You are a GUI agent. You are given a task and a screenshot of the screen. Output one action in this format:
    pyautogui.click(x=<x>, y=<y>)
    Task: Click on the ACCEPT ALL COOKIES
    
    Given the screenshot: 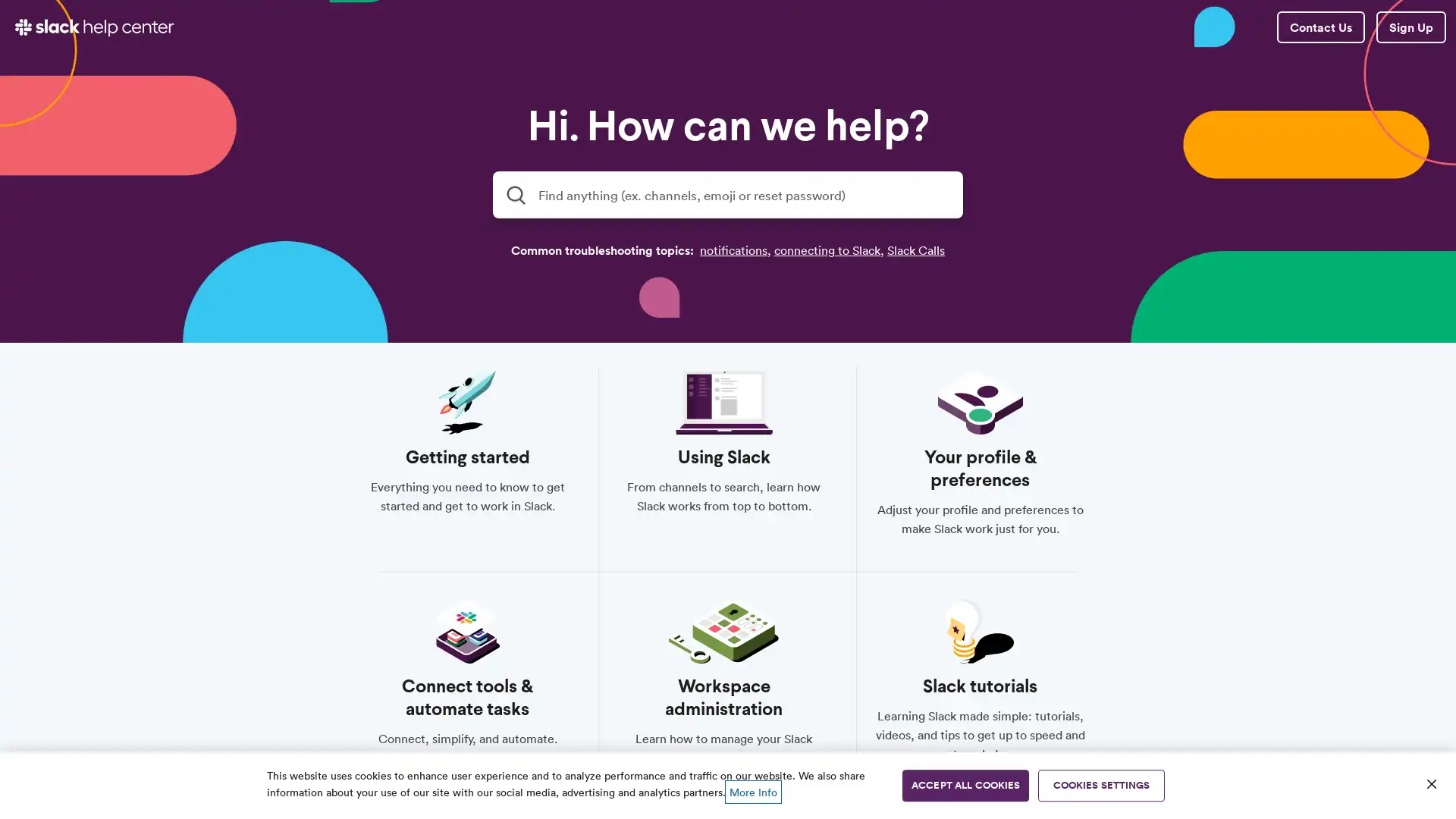 What is the action you would take?
    pyautogui.click(x=965, y=785)
    